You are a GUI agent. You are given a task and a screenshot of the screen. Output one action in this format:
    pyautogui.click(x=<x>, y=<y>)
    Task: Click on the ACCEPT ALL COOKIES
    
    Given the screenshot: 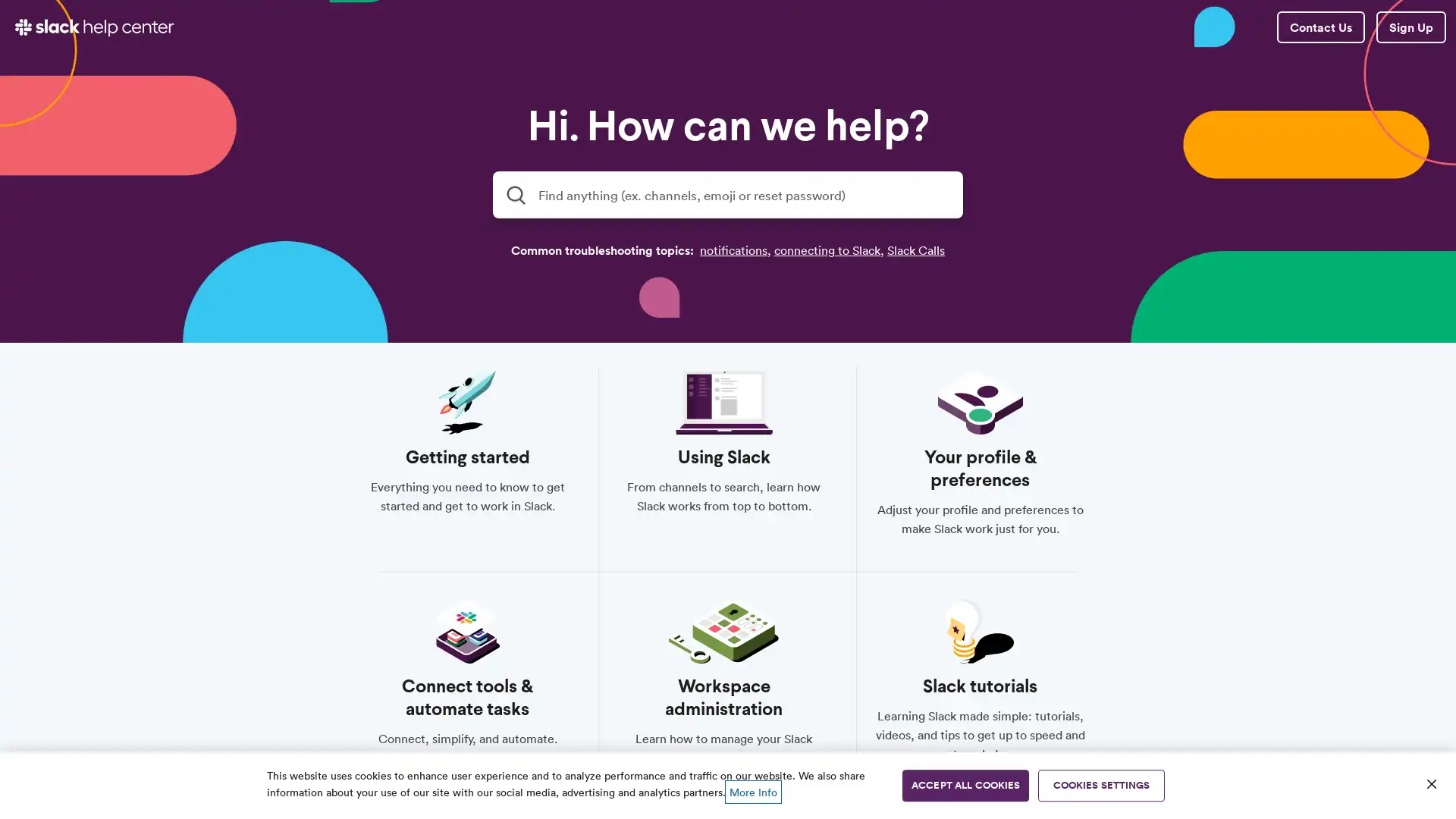 What is the action you would take?
    pyautogui.click(x=965, y=785)
    